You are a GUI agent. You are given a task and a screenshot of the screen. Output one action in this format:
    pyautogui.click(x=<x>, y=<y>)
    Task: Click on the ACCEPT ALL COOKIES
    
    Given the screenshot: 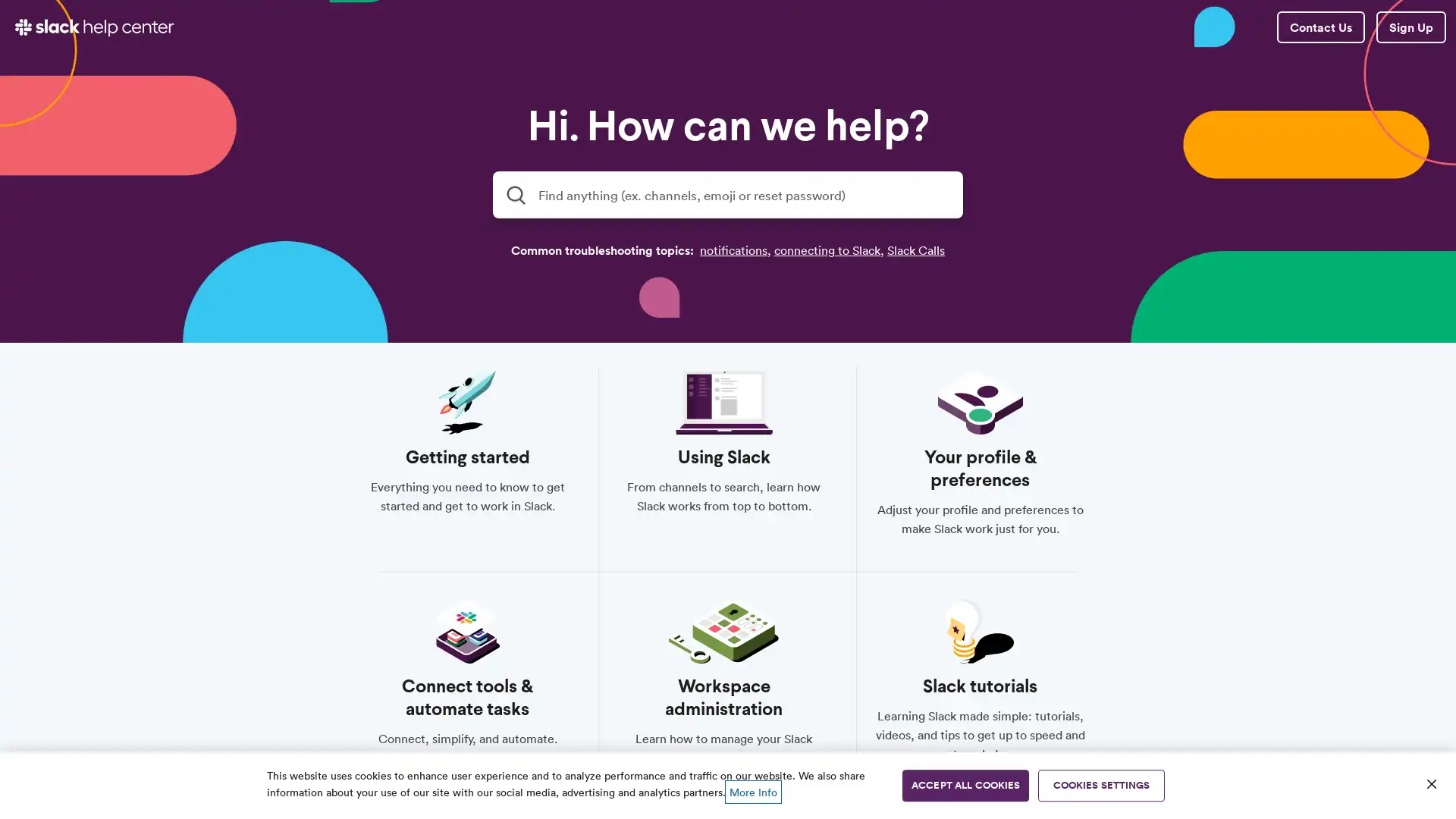 What is the action you would take?
    pyautogui.click(x=965, y=785)
    